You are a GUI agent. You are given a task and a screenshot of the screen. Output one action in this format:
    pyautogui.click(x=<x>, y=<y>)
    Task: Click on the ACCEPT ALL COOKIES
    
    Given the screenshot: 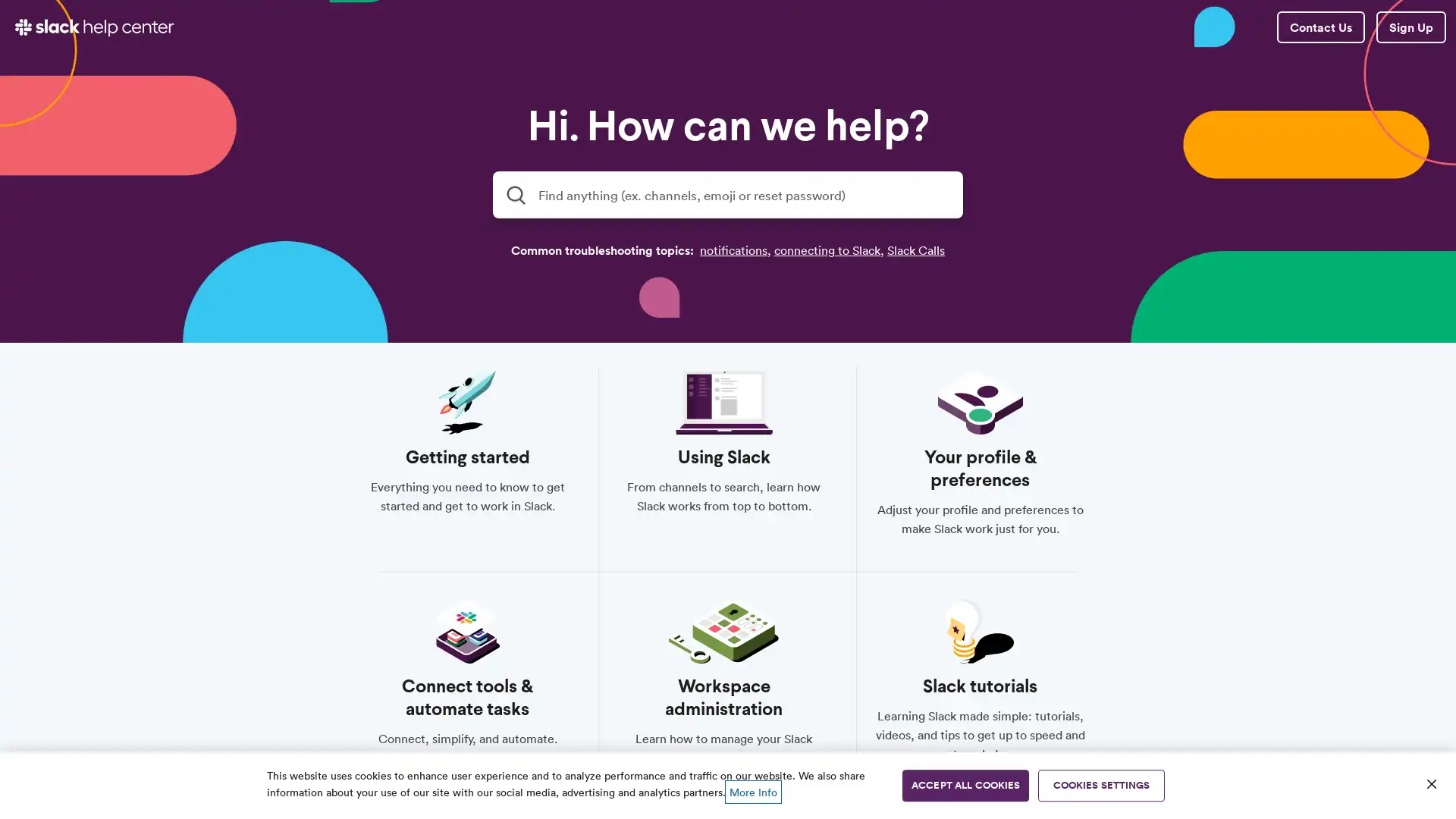 What is the action you would take?
    pyautogui.click(x=965, y=785)
    